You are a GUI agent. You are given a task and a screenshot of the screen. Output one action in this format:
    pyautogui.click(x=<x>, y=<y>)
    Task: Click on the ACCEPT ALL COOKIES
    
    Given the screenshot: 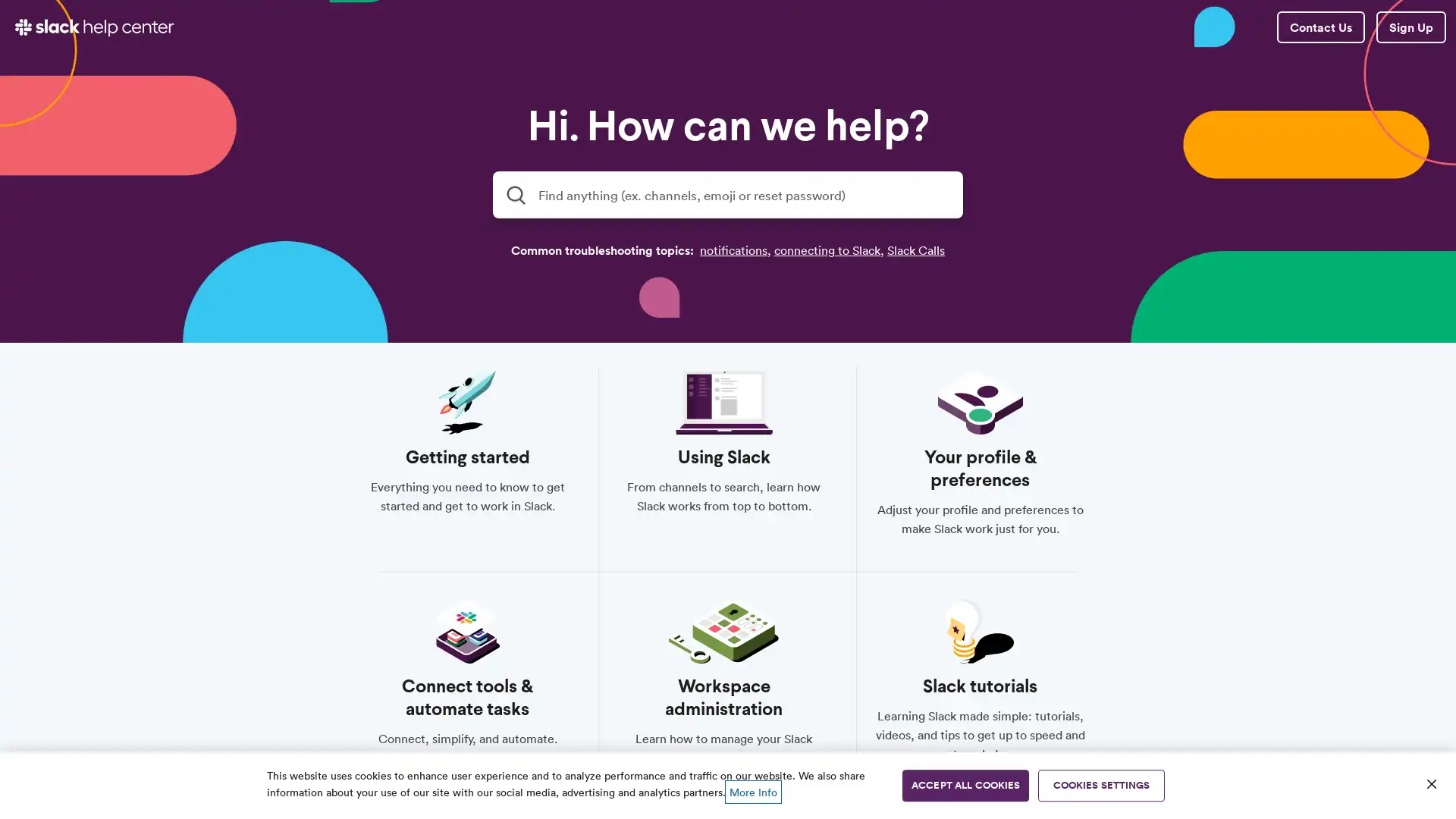 What is the action you would take?
    pyautogui.click(x=965, y=785)
    